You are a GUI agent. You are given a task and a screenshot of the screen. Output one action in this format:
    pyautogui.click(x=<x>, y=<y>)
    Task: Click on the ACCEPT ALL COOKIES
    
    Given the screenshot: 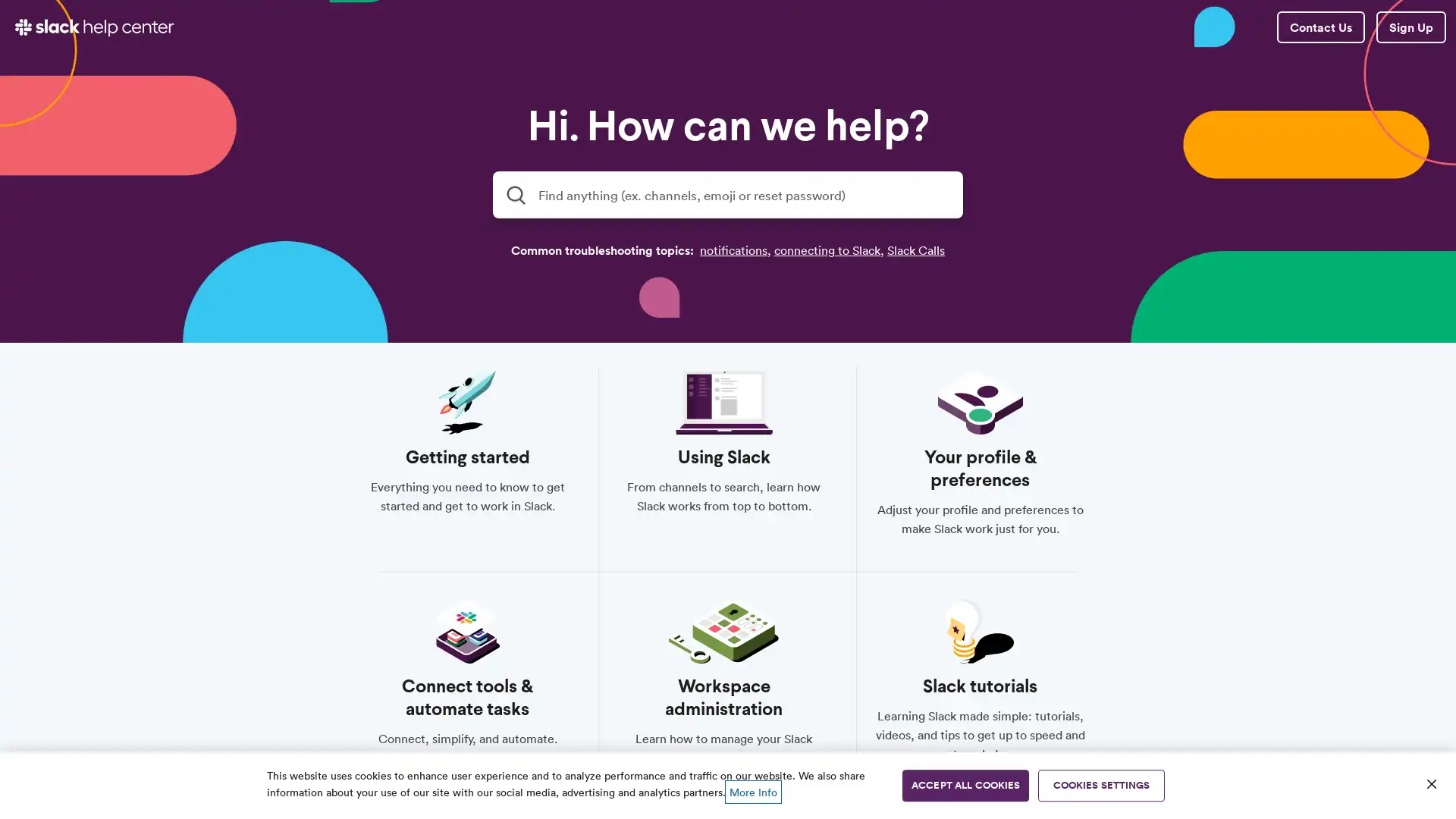 What is the action you would take?
    pyautogui.click(x=965, y=785)
    